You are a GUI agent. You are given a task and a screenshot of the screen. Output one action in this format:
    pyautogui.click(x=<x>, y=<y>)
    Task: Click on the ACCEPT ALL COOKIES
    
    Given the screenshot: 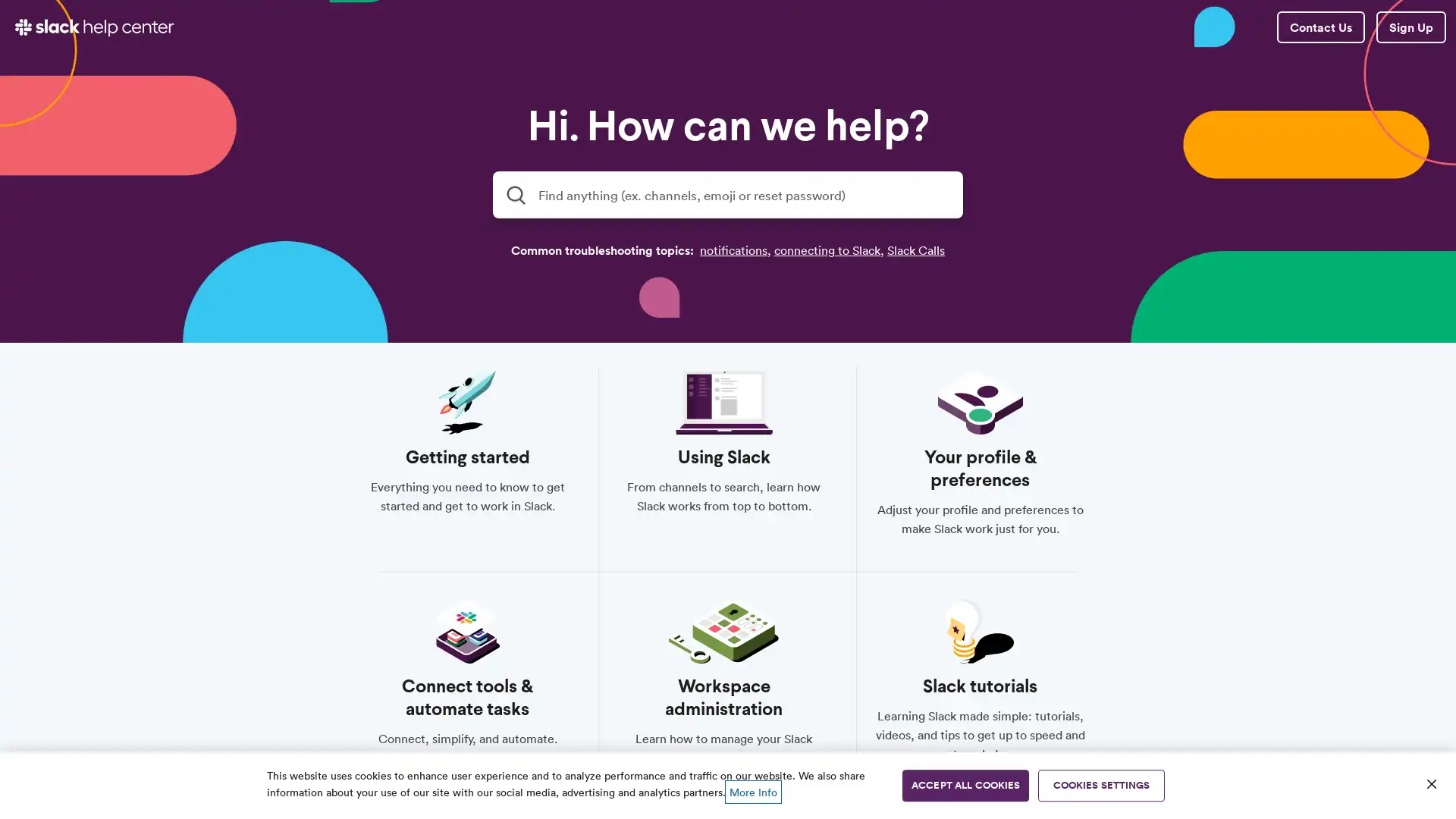 What is the action you would take?
    pyautogui.click(x=965, y=785)
    